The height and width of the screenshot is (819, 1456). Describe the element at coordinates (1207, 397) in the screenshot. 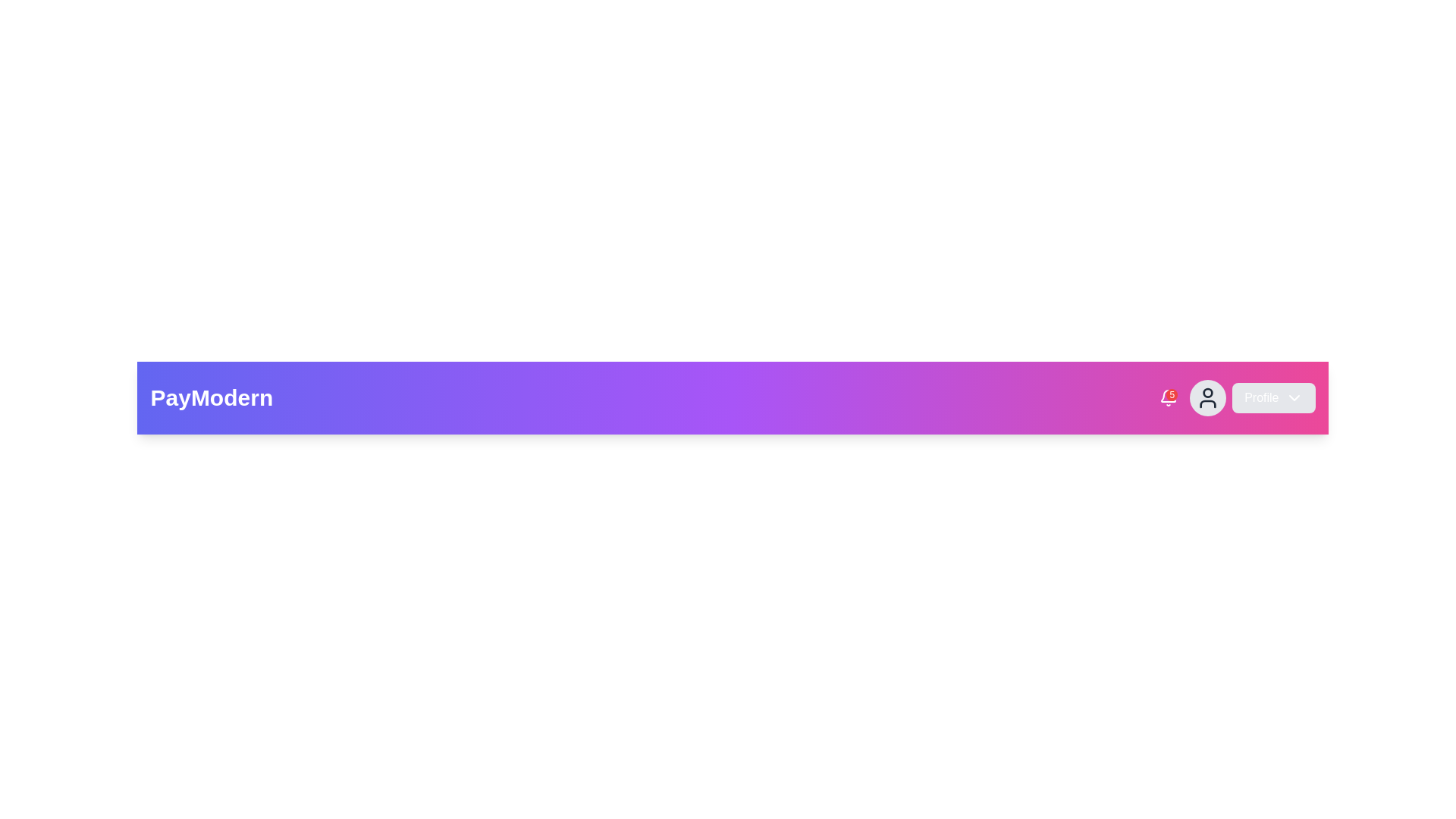

I see `the user profile icon located at the top-right corner of the user interface` at that location.